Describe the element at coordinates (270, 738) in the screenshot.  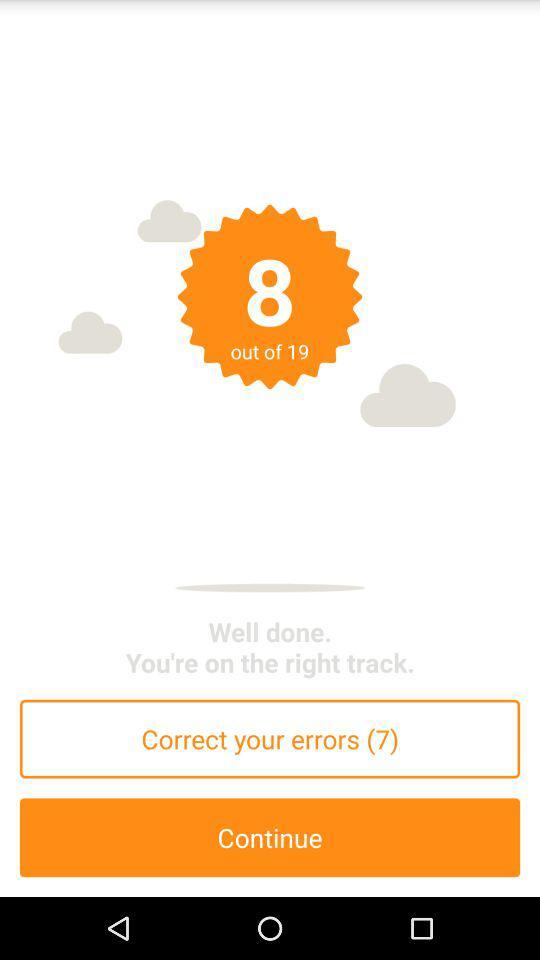
I see `the item above continue icon` at that location.